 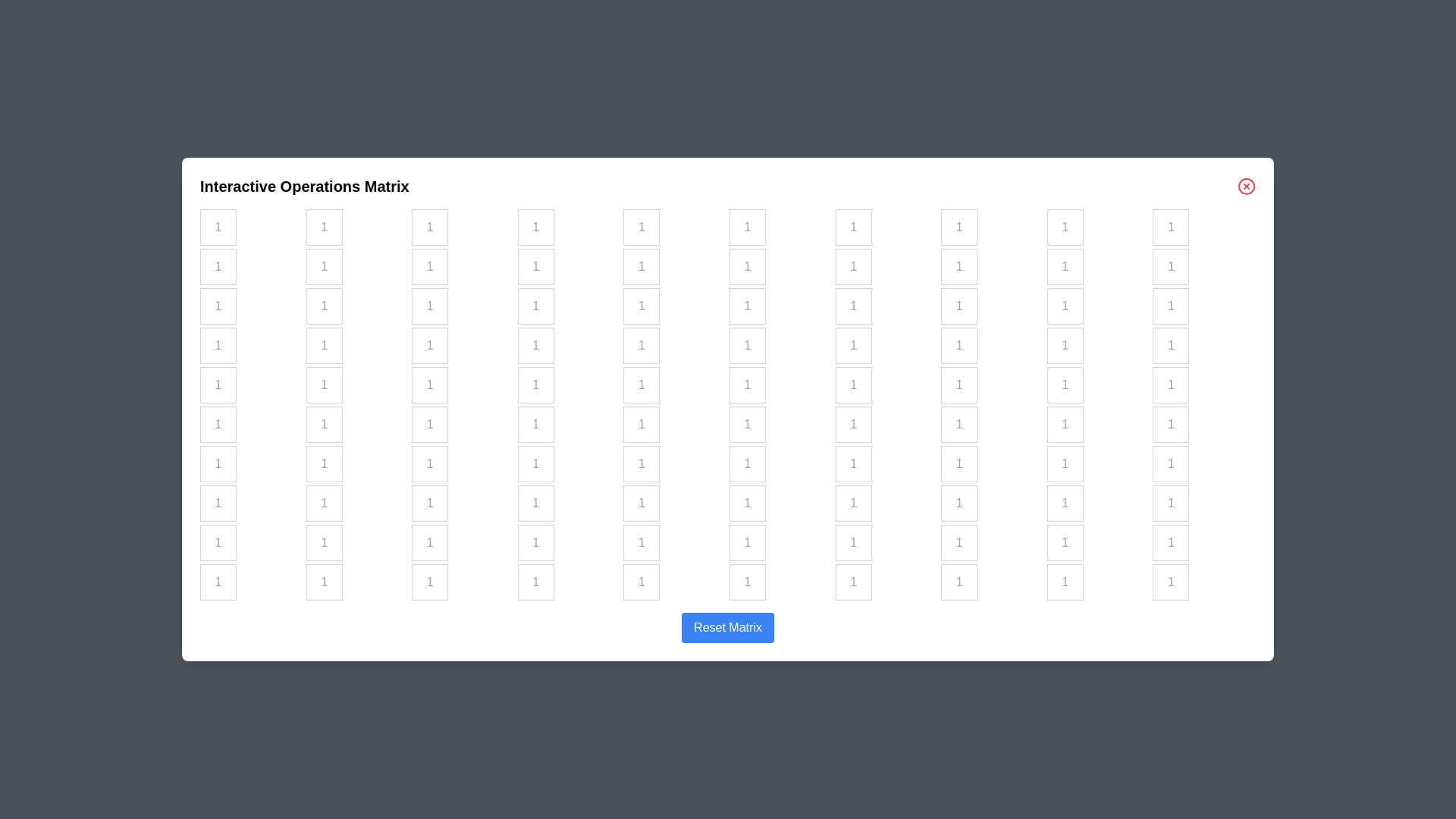 What do you see at coordinates (728, 628) in the screenshot?
I see `the 'Reset Matrix' button to reset the matrix to blank values` at bounding box center [728, 628].